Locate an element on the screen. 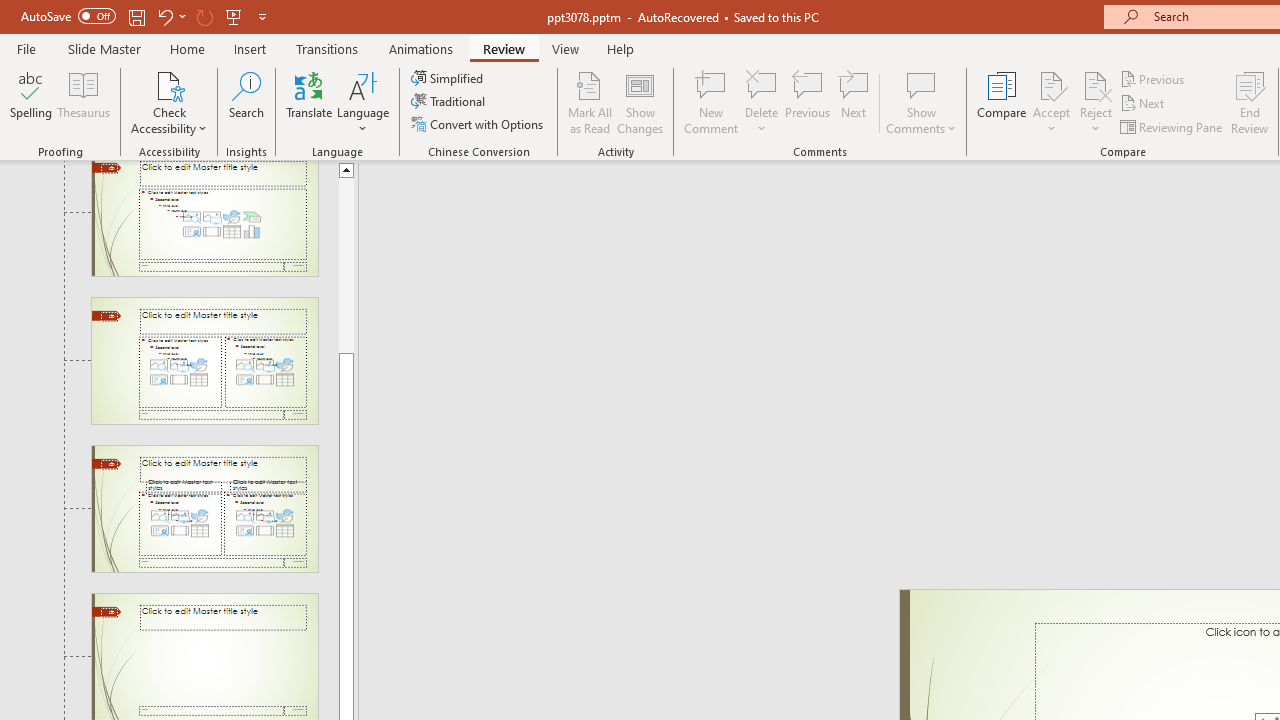 This screenshot has width=1280, height=720. 'Slide Comparison Layout: used by no slides' is located at coordinates (204, 507).